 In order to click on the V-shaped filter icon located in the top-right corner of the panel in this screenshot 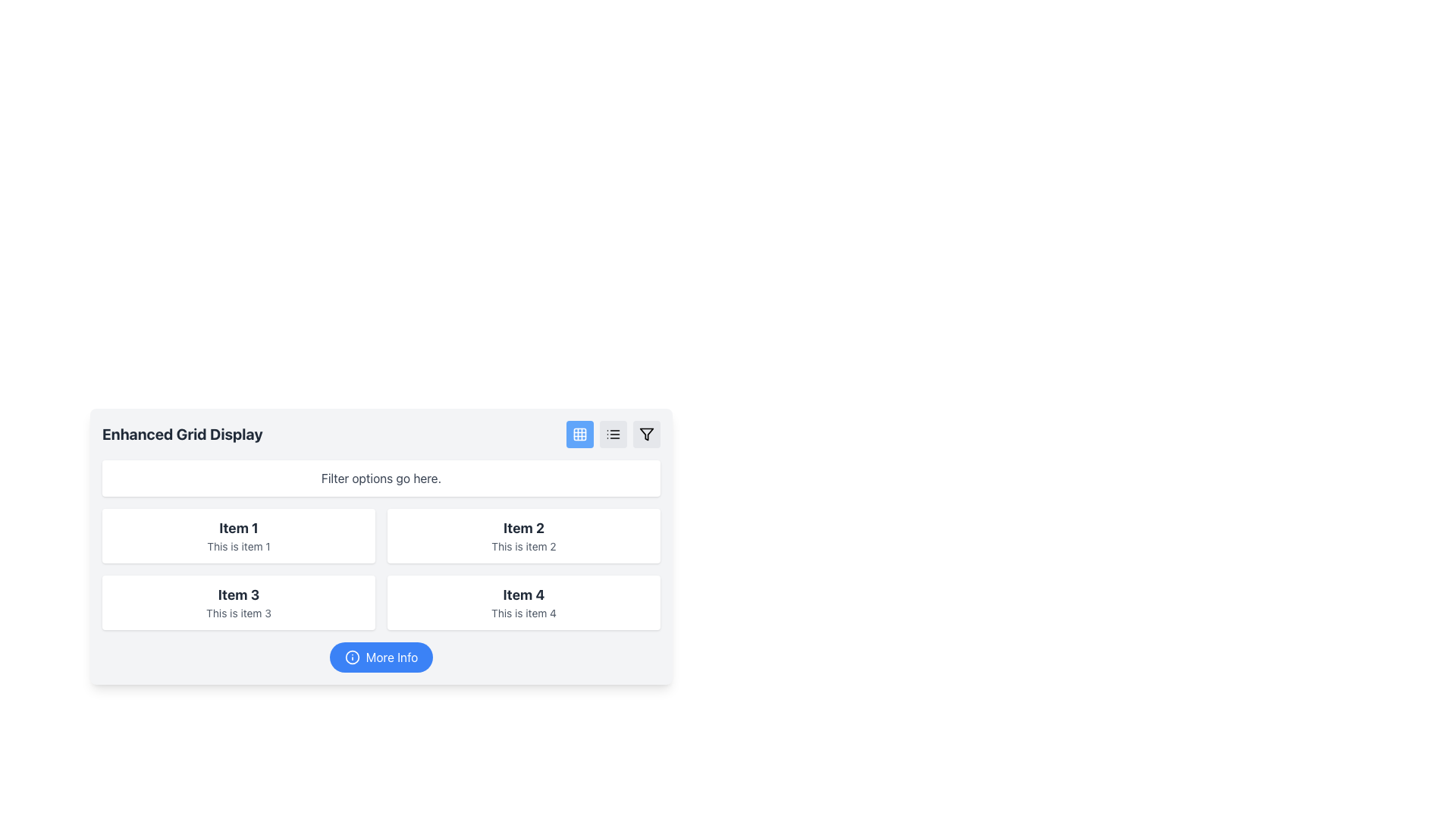, I will do `click(647, 435)`.